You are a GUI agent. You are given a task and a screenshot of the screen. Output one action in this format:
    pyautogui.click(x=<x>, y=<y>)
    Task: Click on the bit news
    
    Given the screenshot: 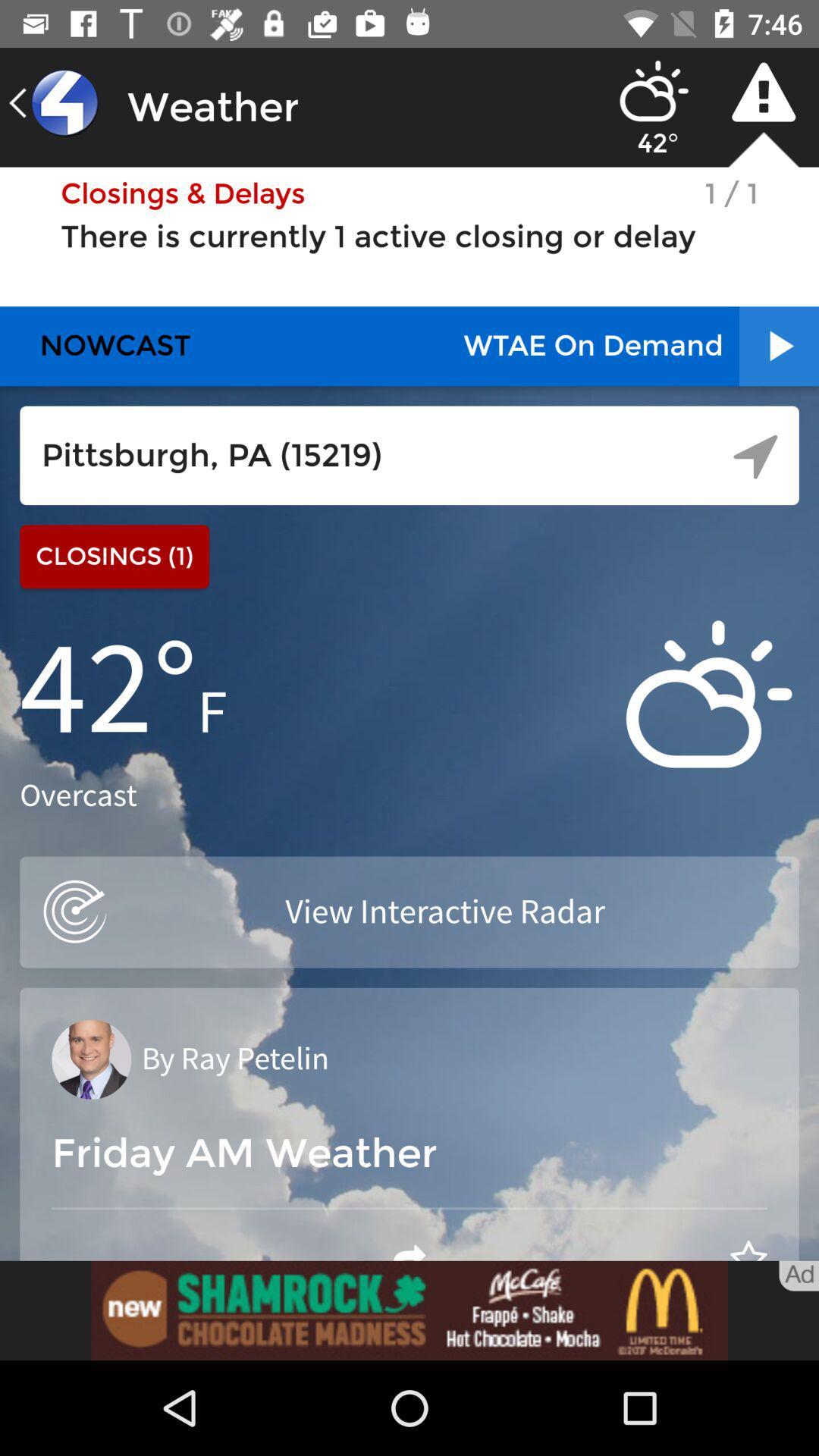 What is the action you would take?
    pyautogui.click(x=409, y=1310)
    